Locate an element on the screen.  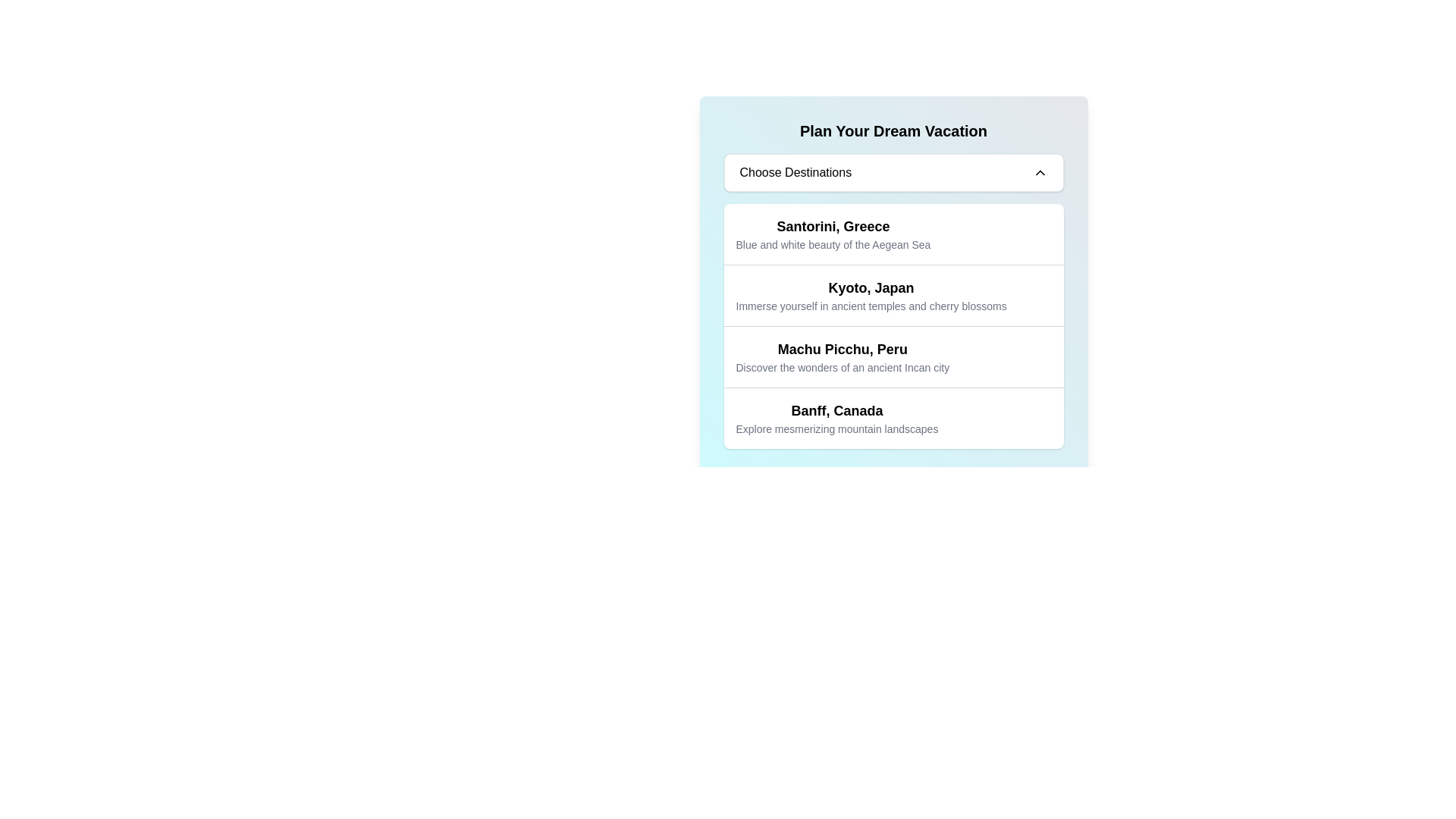
the text label displaying 'Santorini, Greece', which is styled with a bold and large font, located at the top of the list under 'Plan Your Dream Vacation' is located at coordinates (833, 227).